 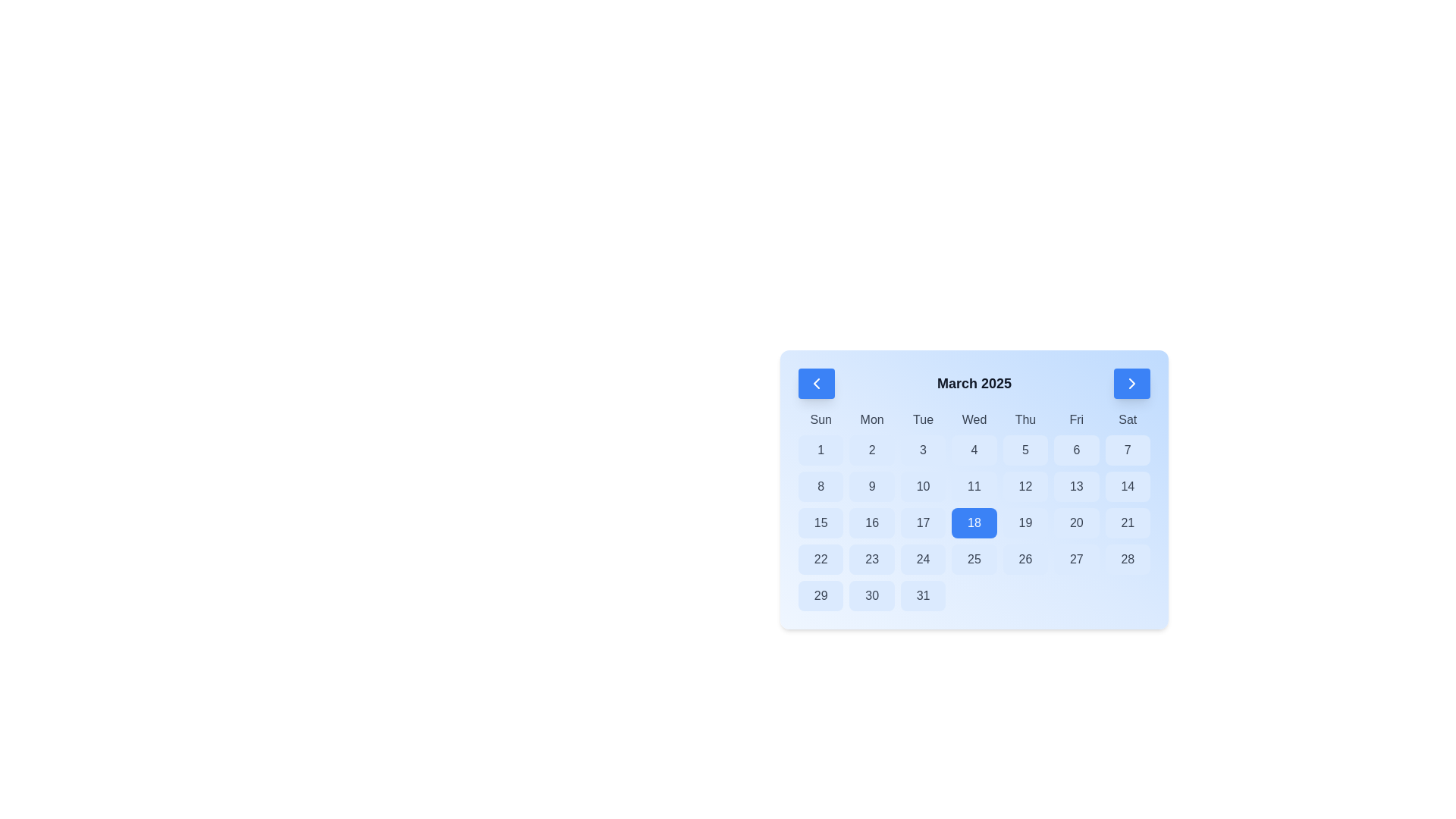 I want to click on the text label 'Tue', which is the third text element in the row of days of the week, located between 'Mon' and 'Wed', so click(x=922, y=420).